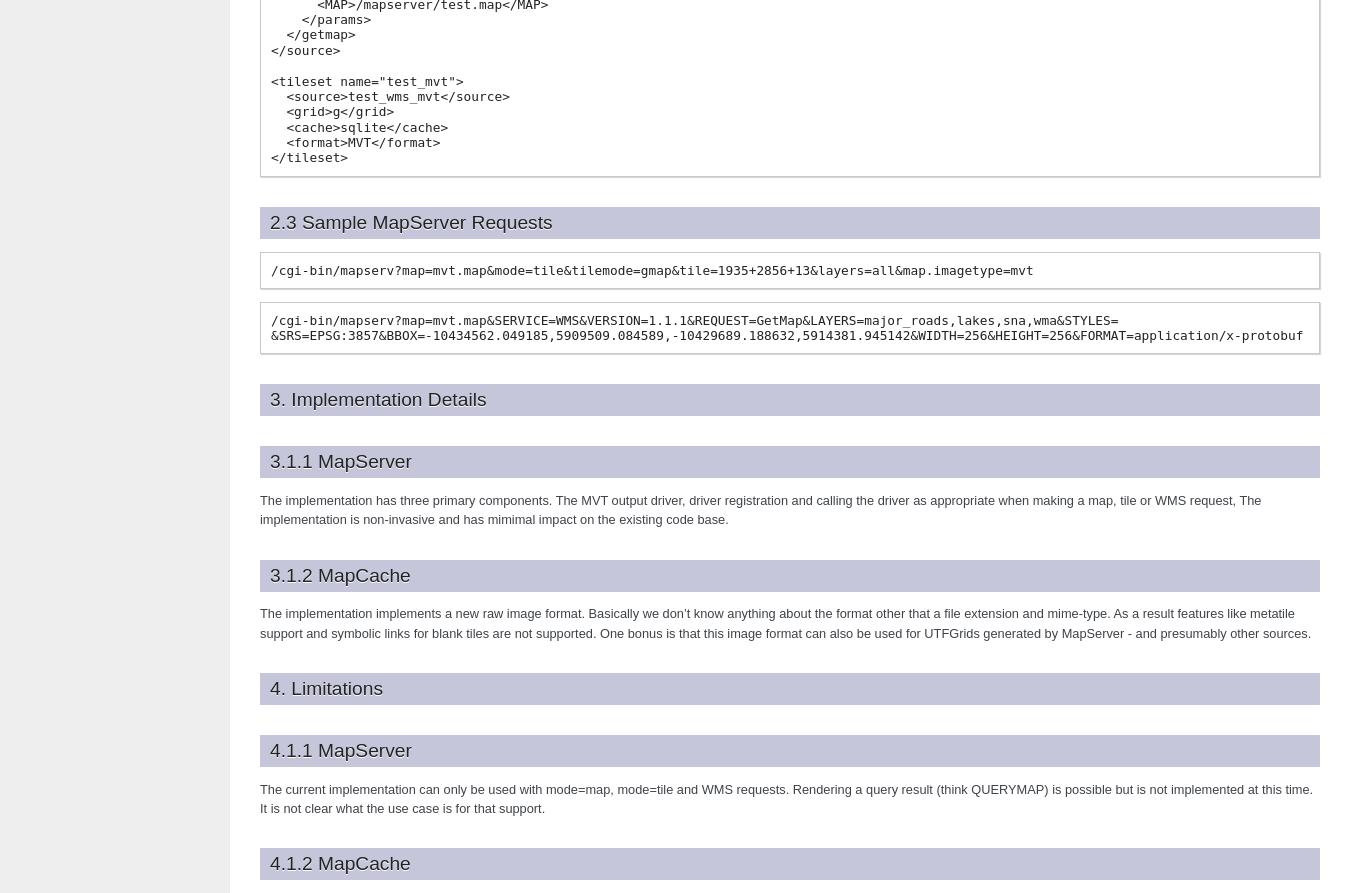 This screenshot has width=1350, height=893. I want to click on '/cgi-bin/mapserv?map=mvt.map&SERVICE=WMS&VERSION=1.1.1&REQUEST=GetMap&LAYERS=major_roads,lakes,sna,wma&STYLES=
&SRS=EPSG:3857&BBOX=-10434562.049185,5909509.084589,-10429689.188632,5914381.945142&WIDTH=256&HEIGHT=256&FORMAT=application/x-protobuf', so click(786, 327).